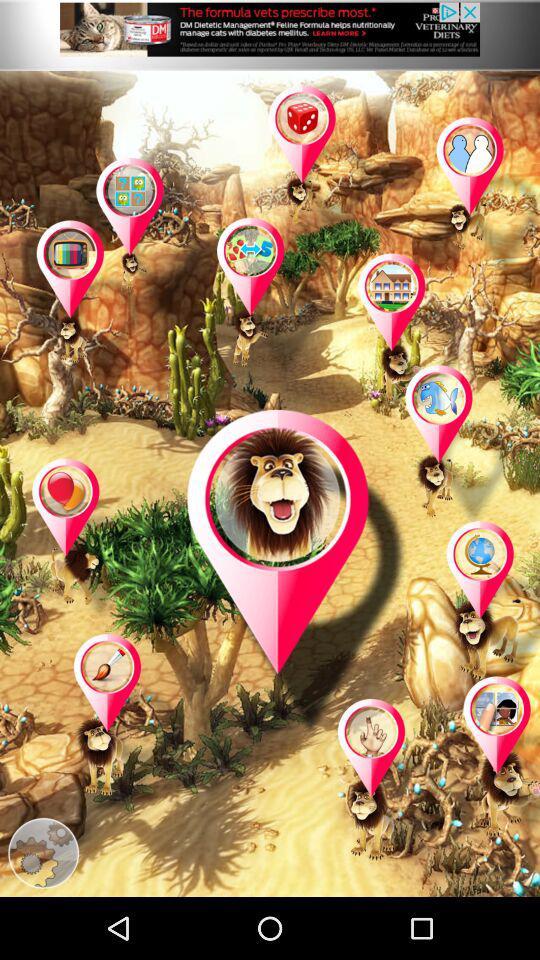  What do you see at coordinates (495, 757) in the screenshot?
I see `place button` at bounding box center [495, 757].